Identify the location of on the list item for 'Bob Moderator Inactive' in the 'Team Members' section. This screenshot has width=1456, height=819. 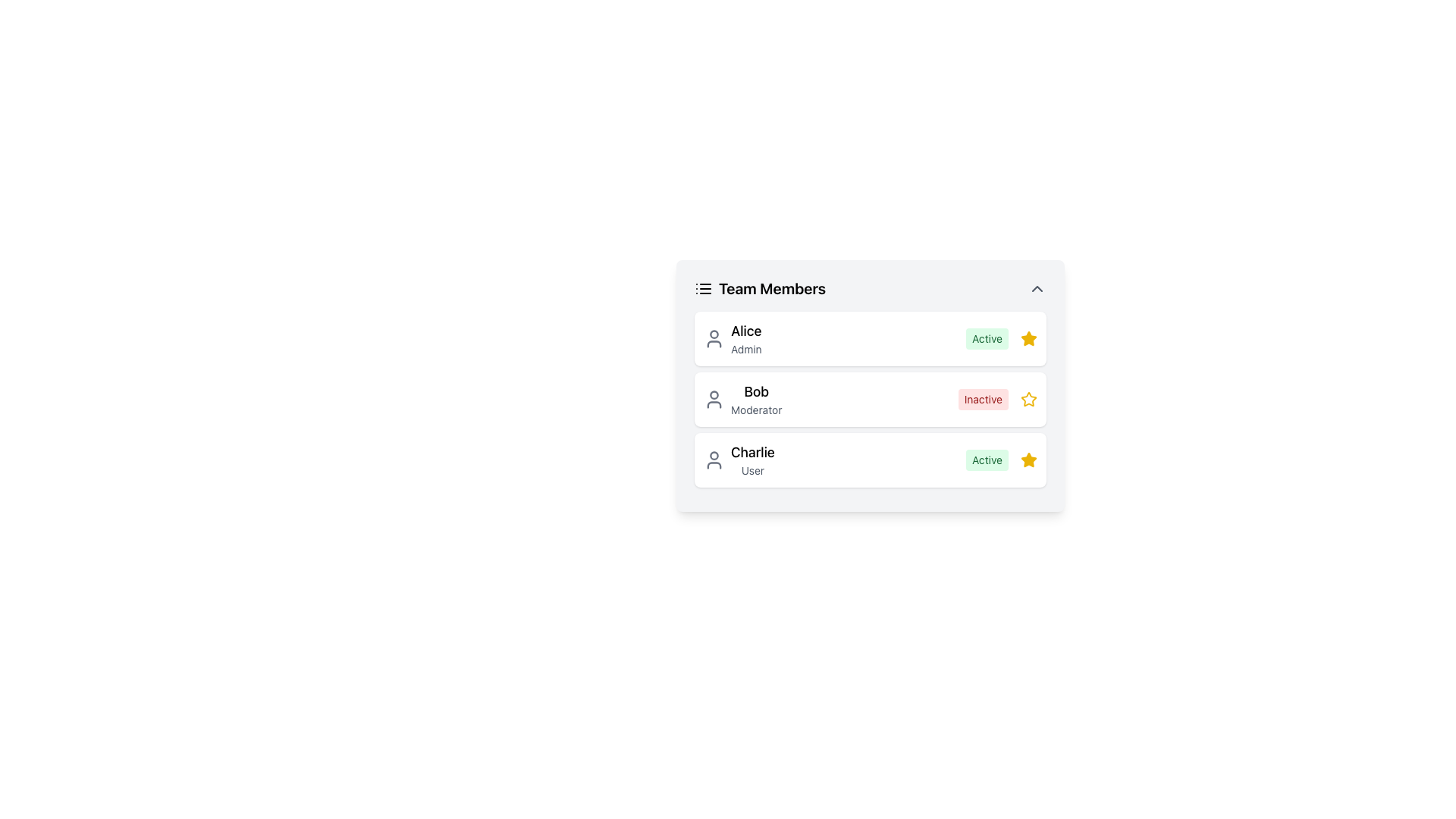
(870, 399).